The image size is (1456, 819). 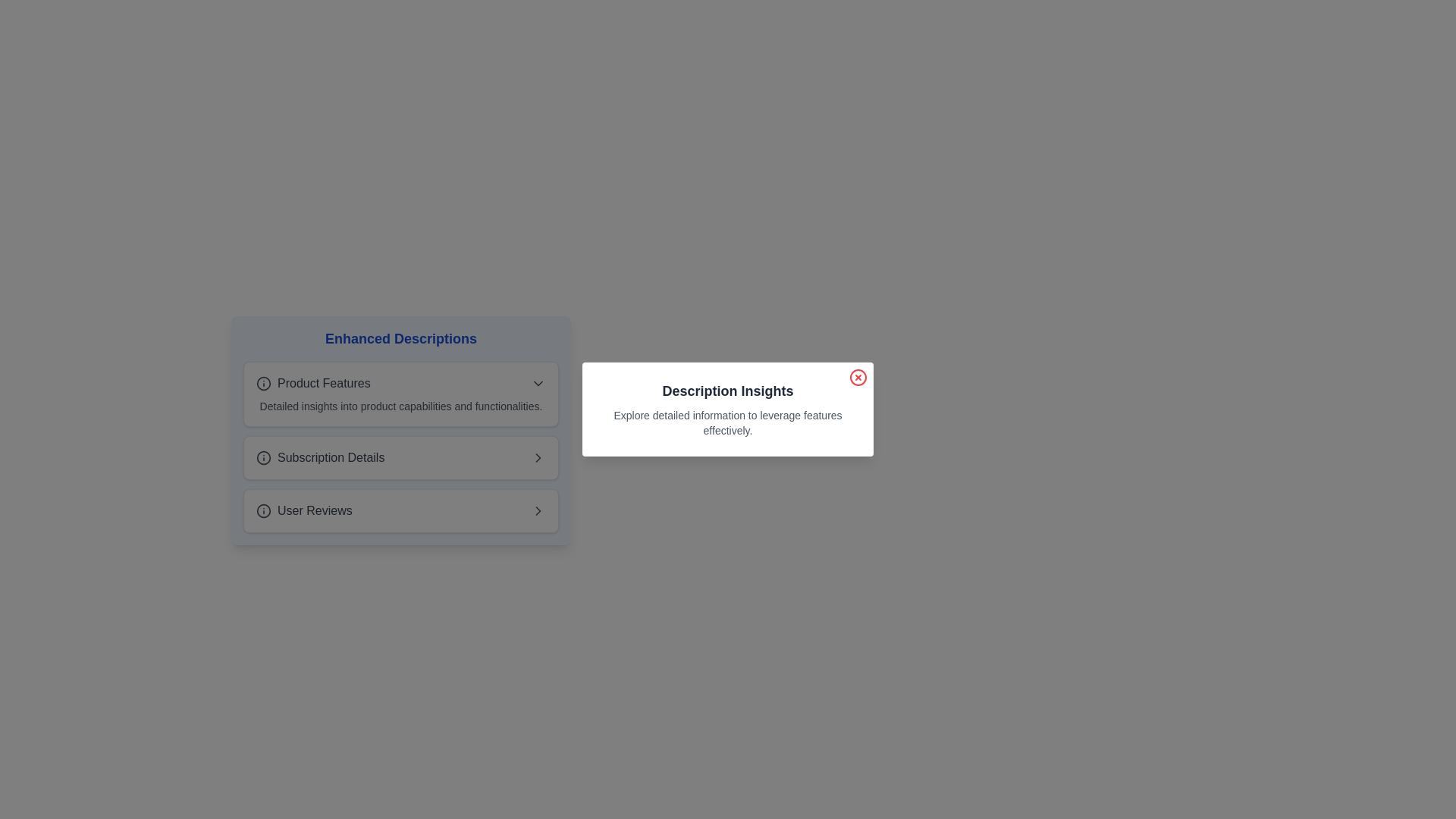 What do you see at coordinates (400, 511) in the screenshot?
I see `the 'User Reviews' button located below the 'Subscription Details' section and above no other sections in the 'Enhanced Descriptions' group` at bounding box center [400, 511].